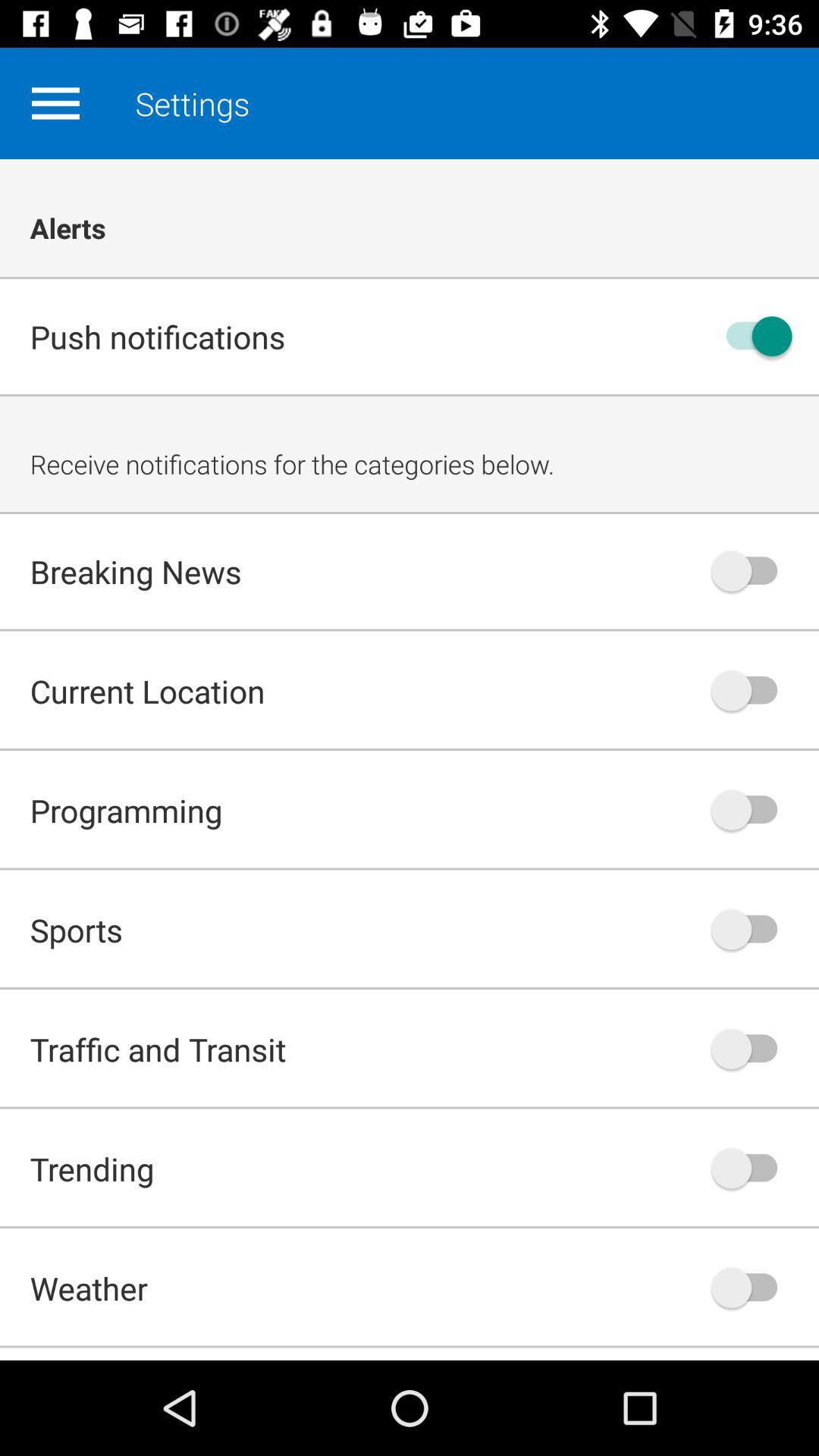 This screenshot has width=819, height=1456. What do you see at coordinates (752, 809) in the screenshot?
I see `programming notifications` at bounding box center [752, 809].